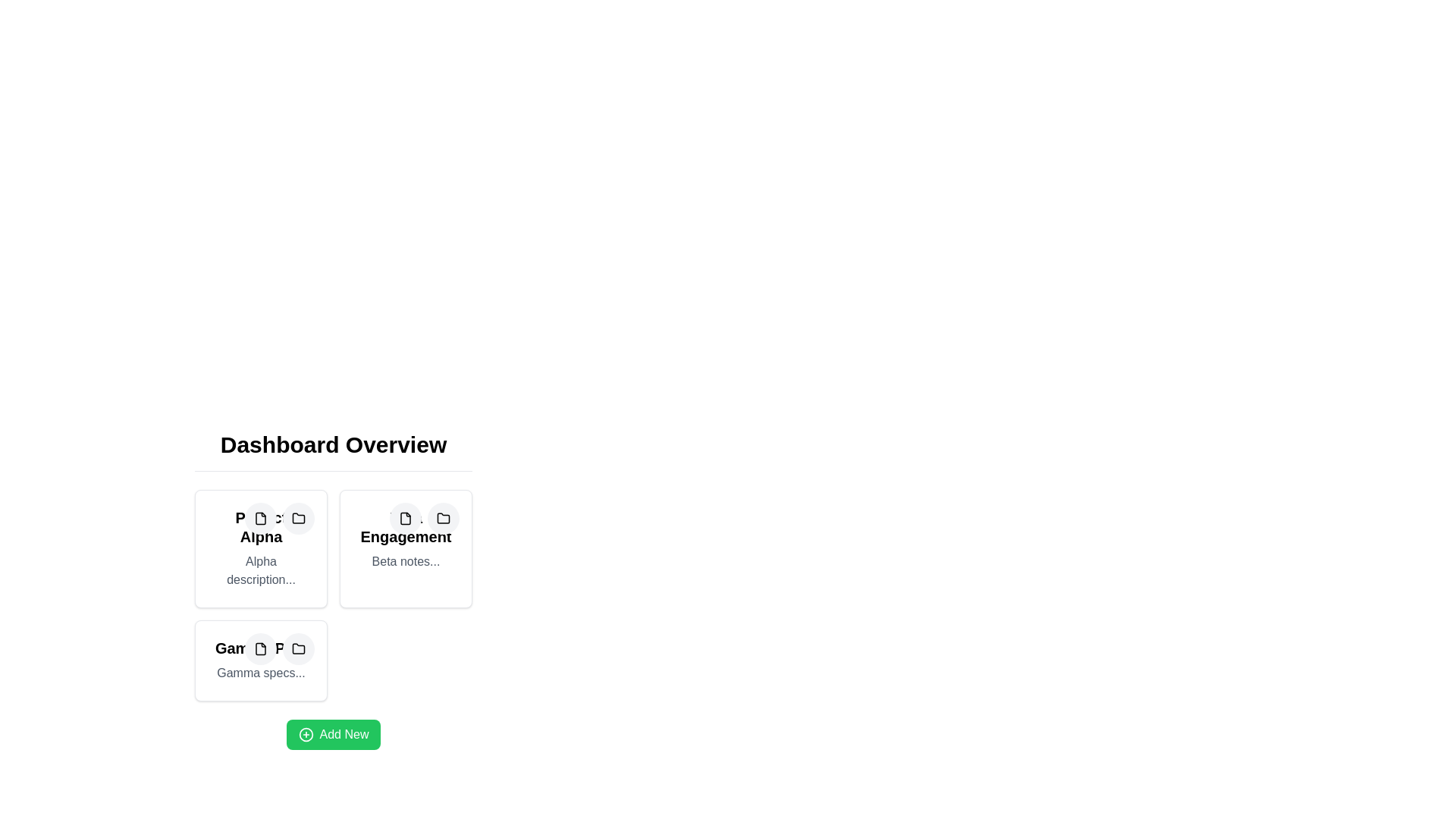 This screenshot has height=819, width=1456. Describe the element at coordinates (305, 733) in the screenshot. I see `the 'add' action icon, which is represented by a circle symbol within a larger icon, located on the green rectangular button labeled 'Add New' at the bottom of the main card layout` at that location.